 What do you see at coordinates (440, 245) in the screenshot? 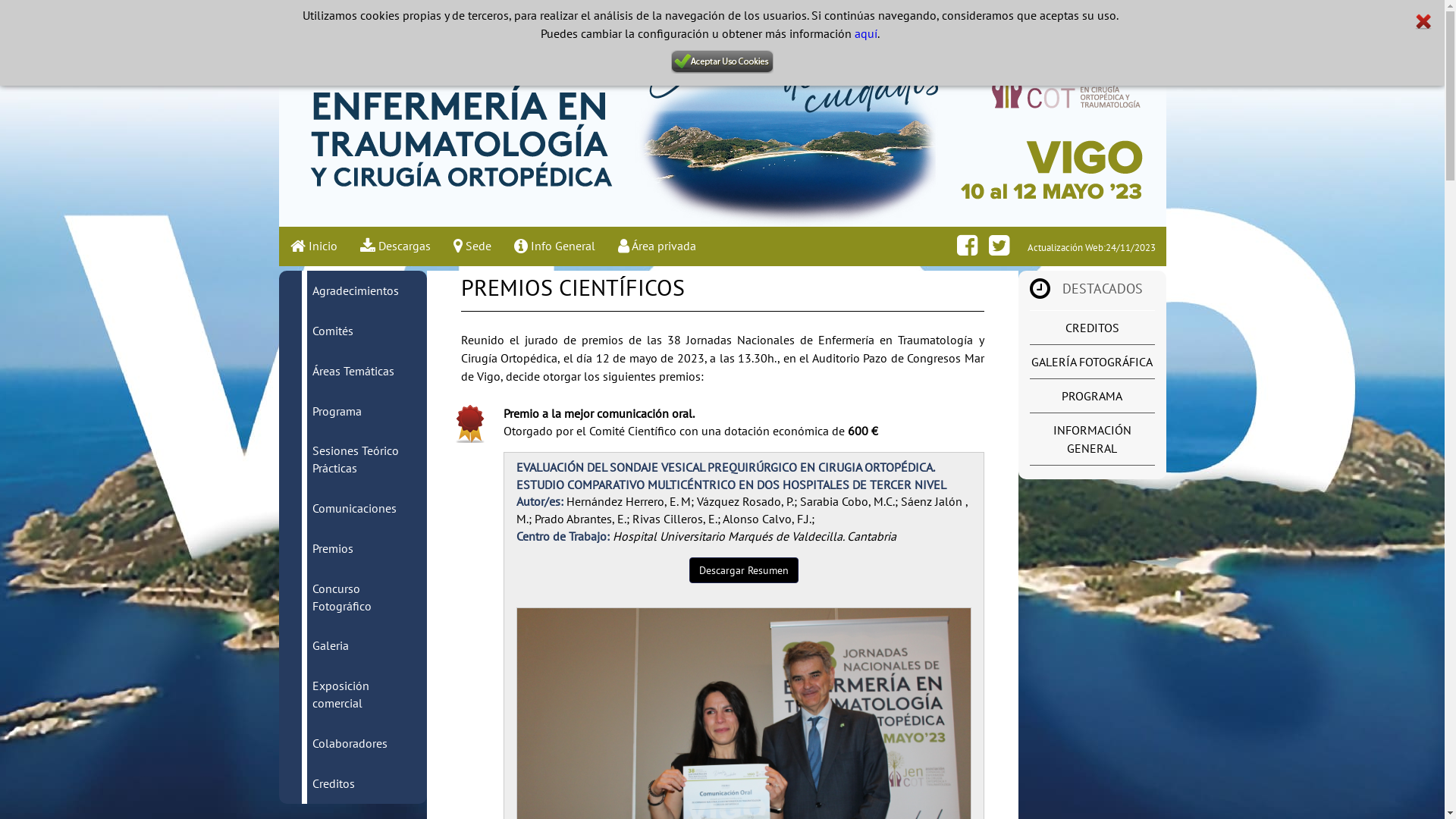
I see `'Sede'` at bounding box center [440, 245].